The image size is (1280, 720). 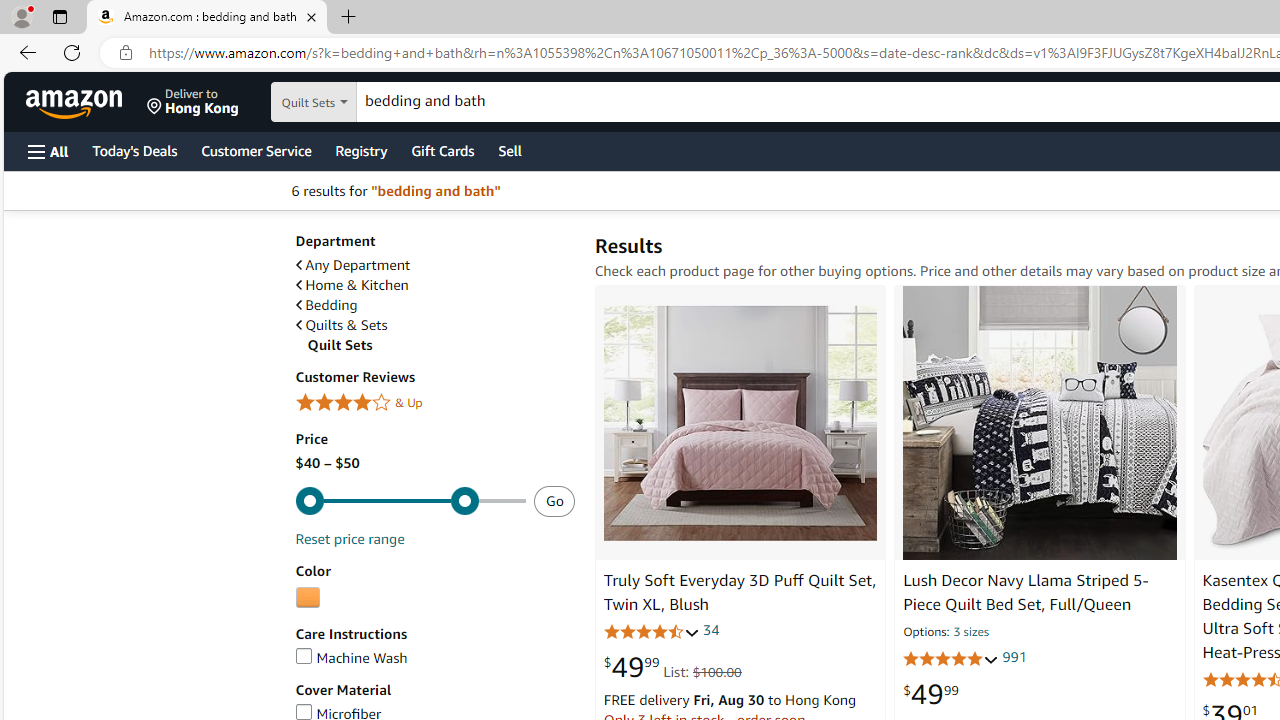 I want to click on 'Machine Wash', so click(x=351, y=658).